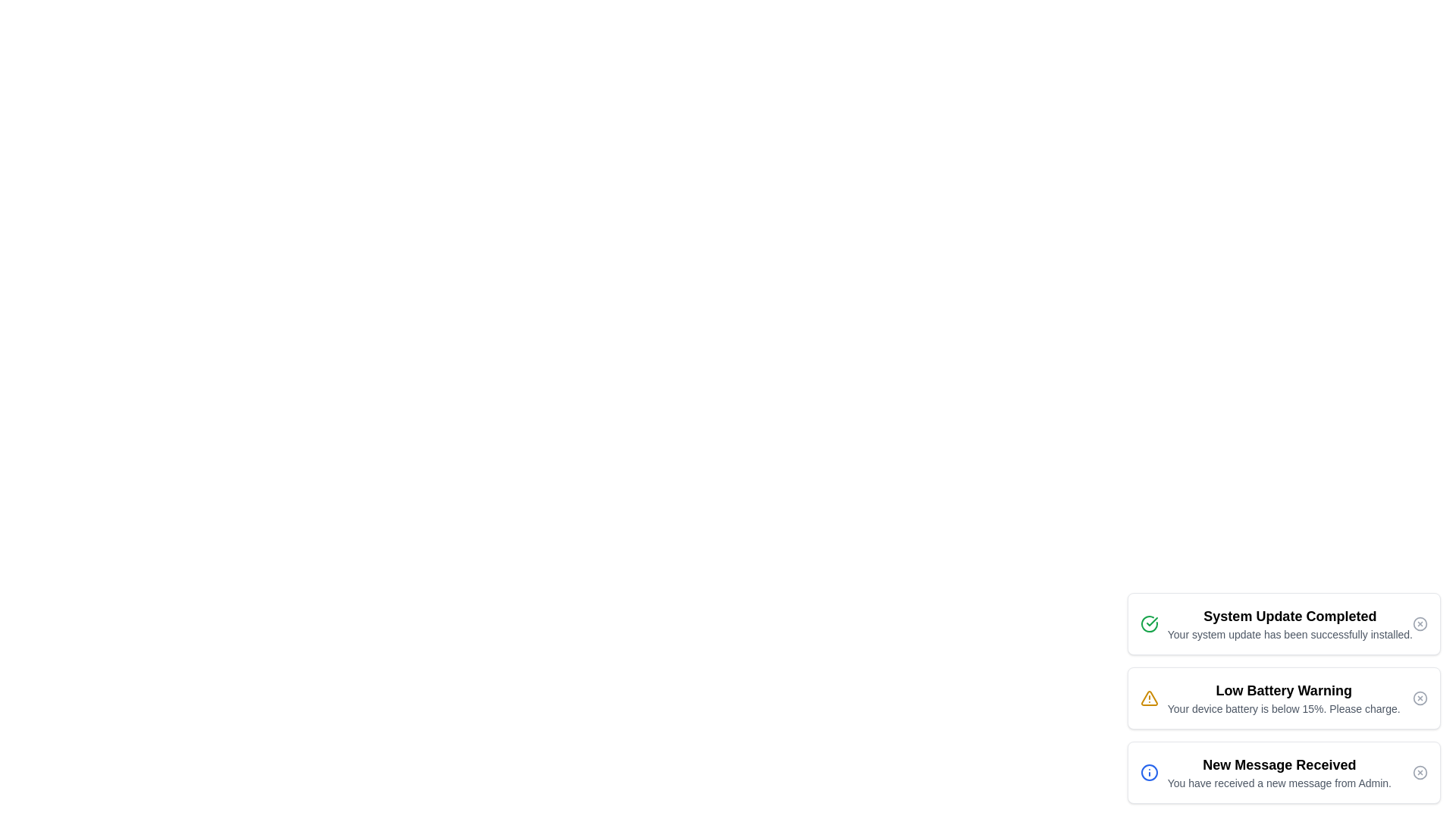  I want to click on information displayed in the text block within the first notification card, which announces 'System Update Completed' and provides additional details about the successful installation, so click(1289, 623).